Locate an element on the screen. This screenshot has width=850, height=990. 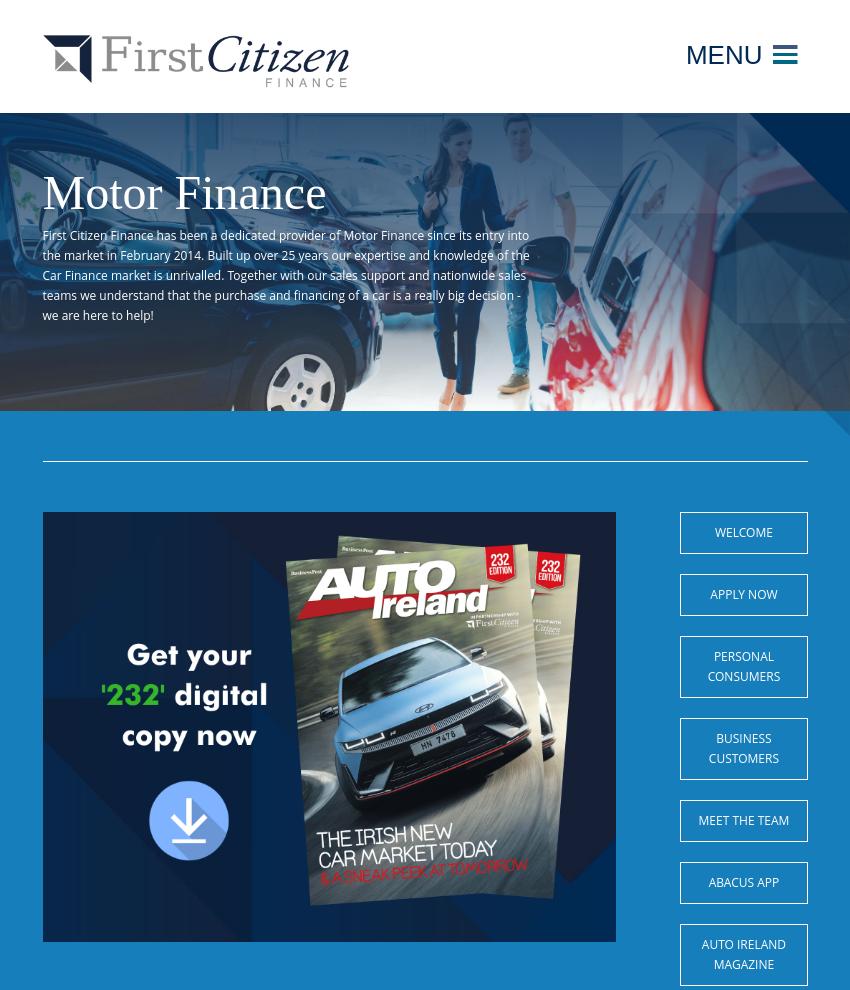
'Meet the Team' is located at coordinates (697, 819).